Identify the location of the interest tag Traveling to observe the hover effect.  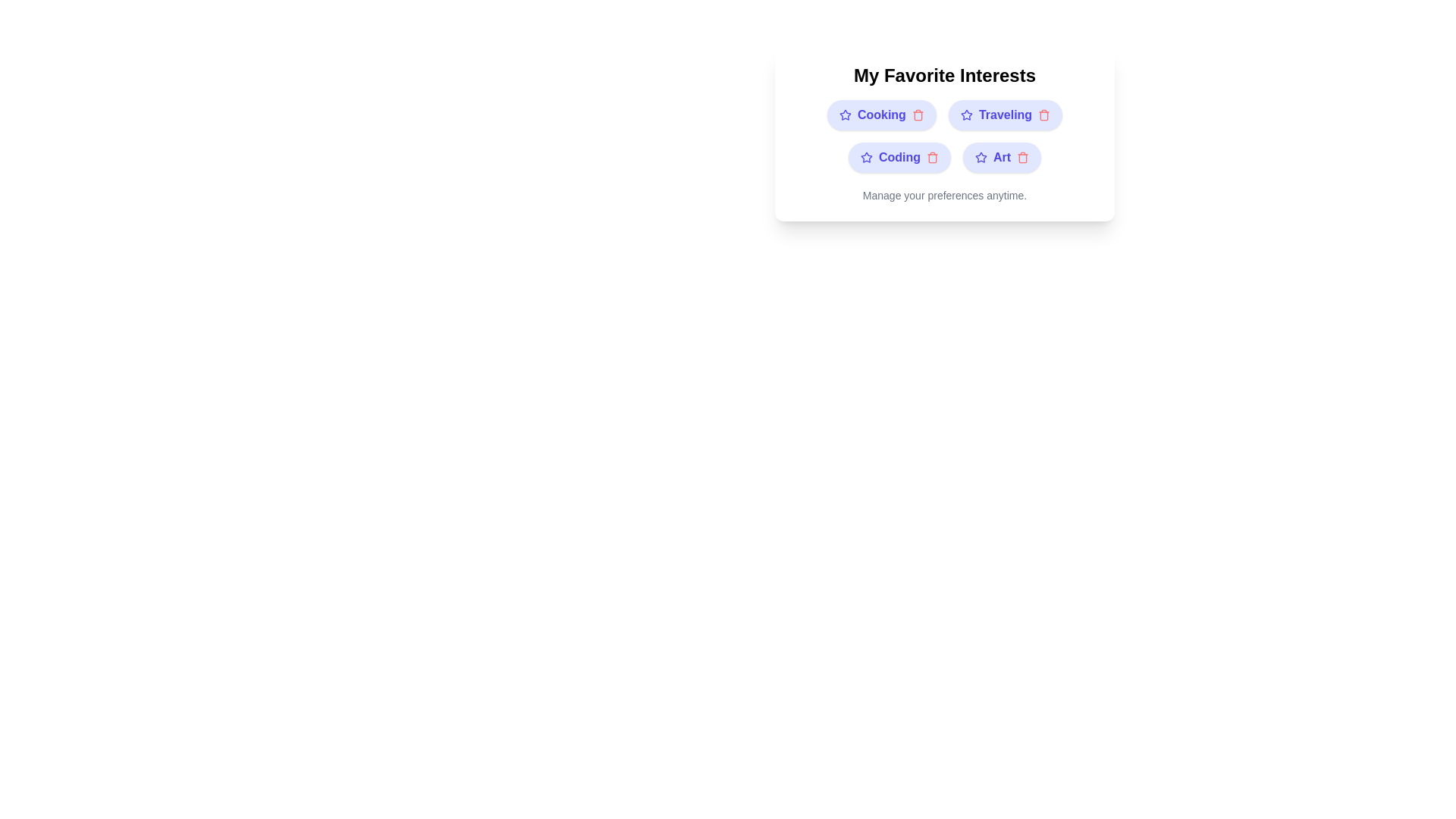
(1005, 114).